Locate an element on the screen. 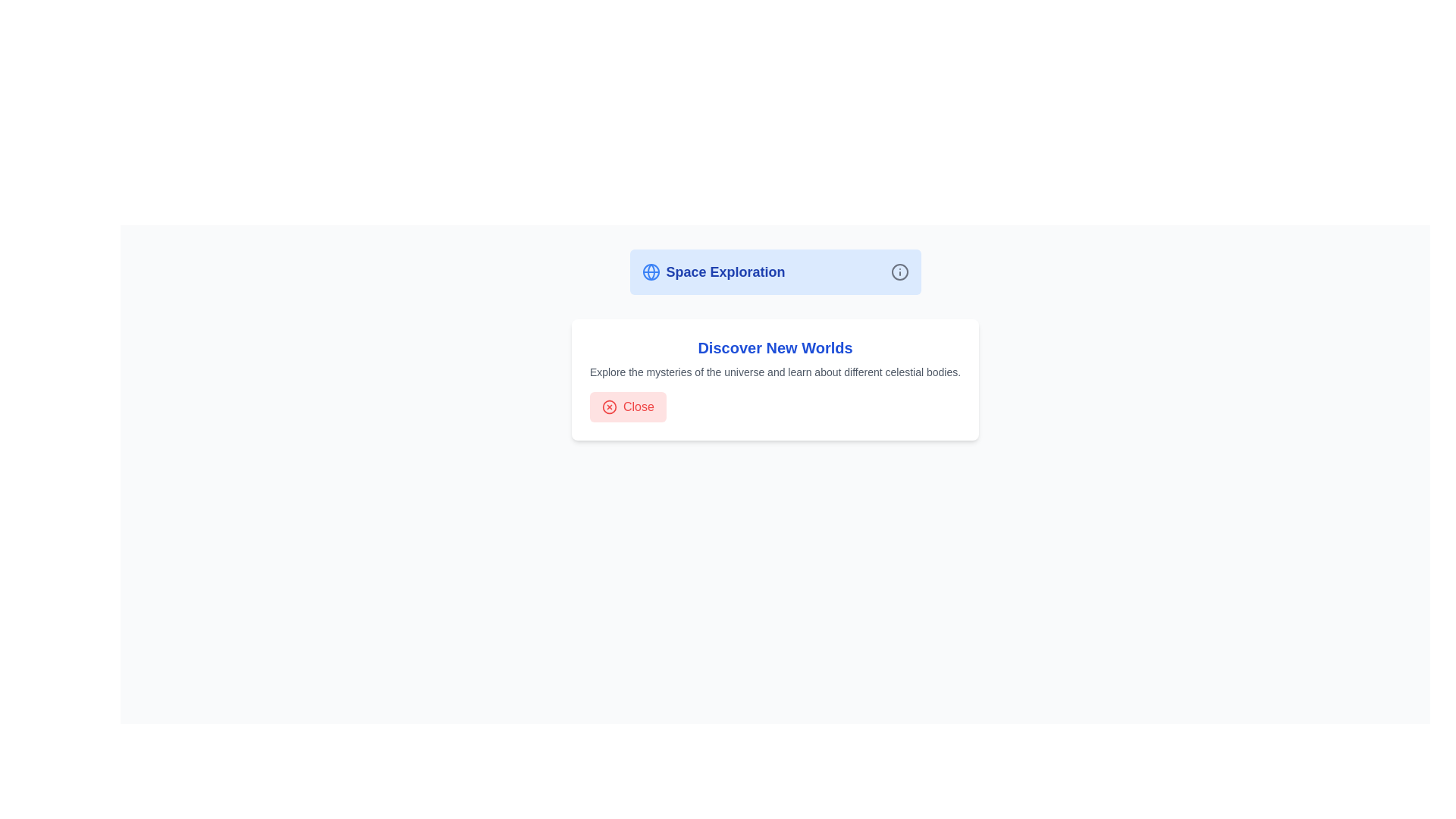 The height and width of the screenshot is (819, 1456). text from the header or title element that provides the topic 'Space Exploration', located at the top-center of the layout above the 'Discover New Worlds' card is located at coordinates (775, 271).